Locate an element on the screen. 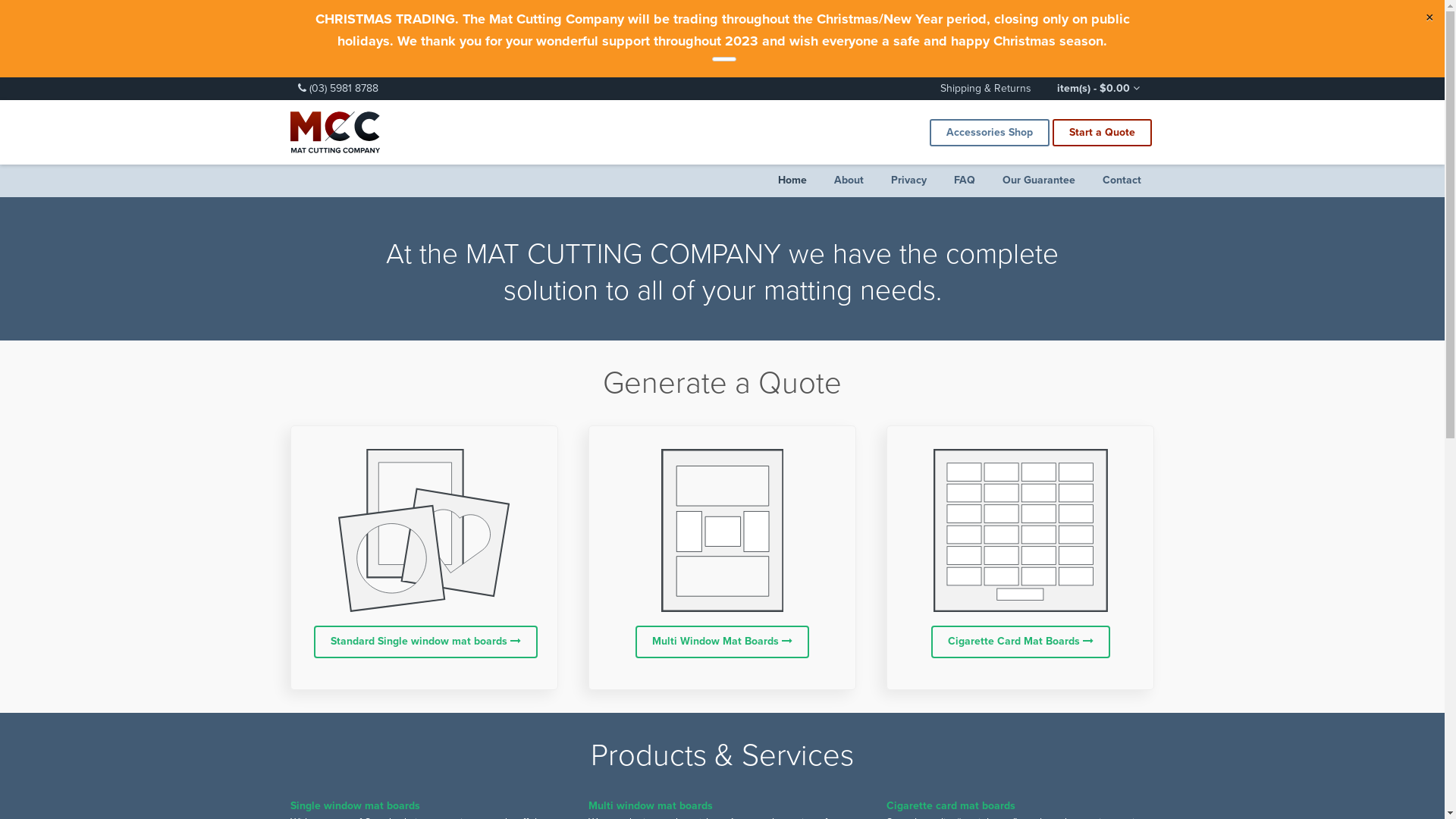 The height and width of the screenshot is (819, 1456). 'Shipping & Returns' is located at coordinates (931, 88).